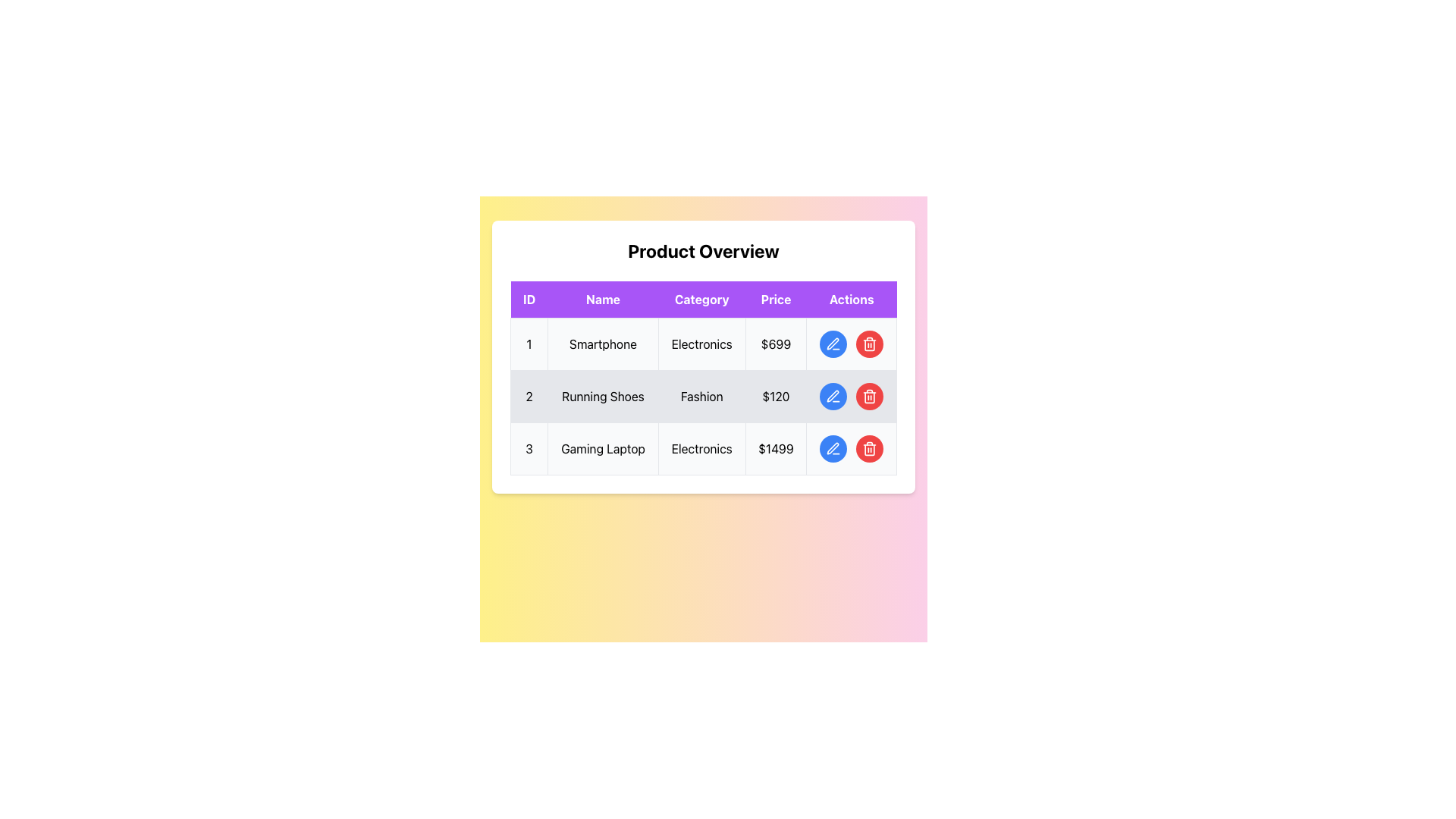  I want to click on the delete button located in the second row of the 'Actions' column, which is positioned to the right of the blue 'edit' button, so click(870, 396).